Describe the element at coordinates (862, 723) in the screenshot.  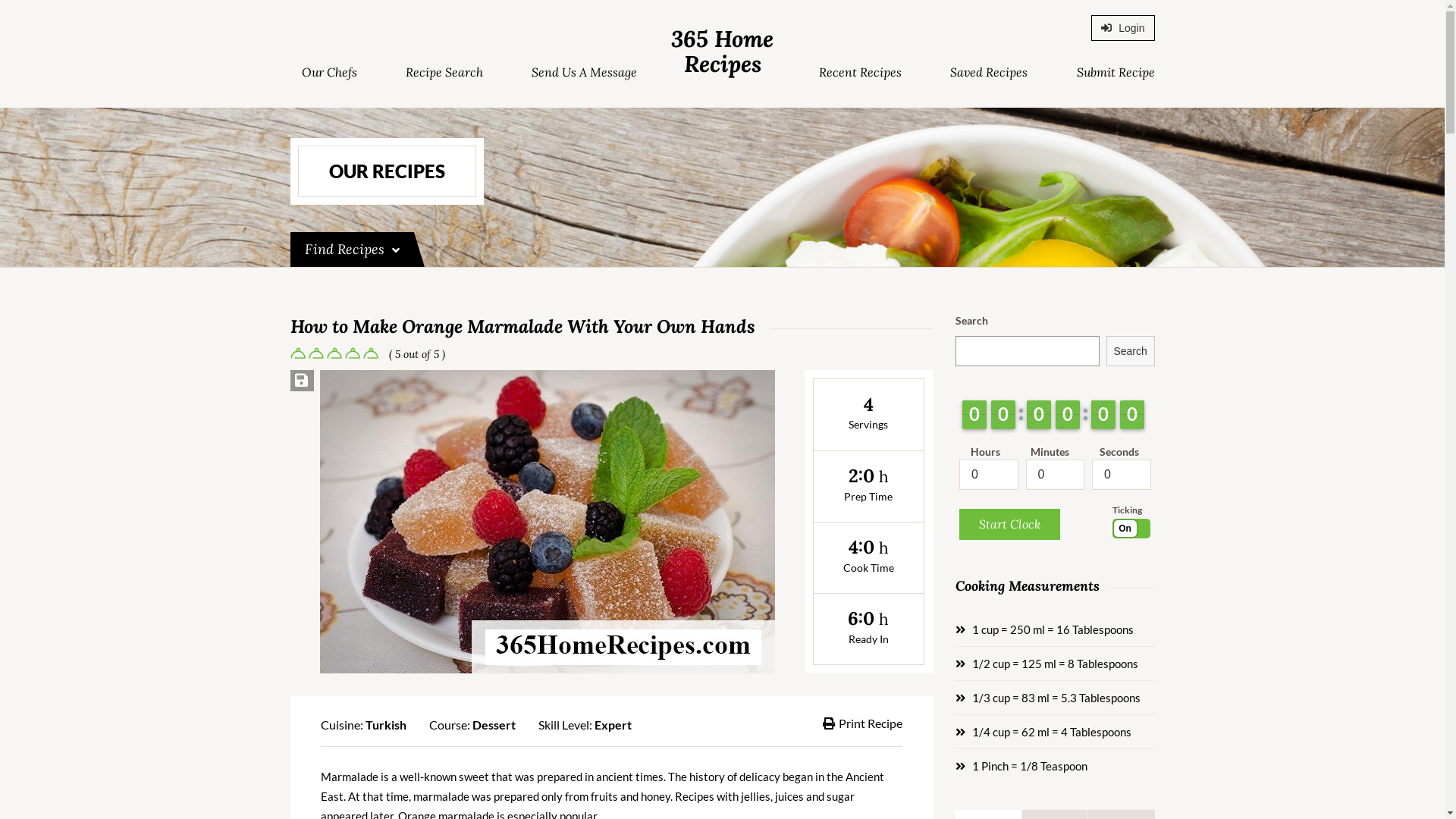
I see `'Print Recipe'` at that location.